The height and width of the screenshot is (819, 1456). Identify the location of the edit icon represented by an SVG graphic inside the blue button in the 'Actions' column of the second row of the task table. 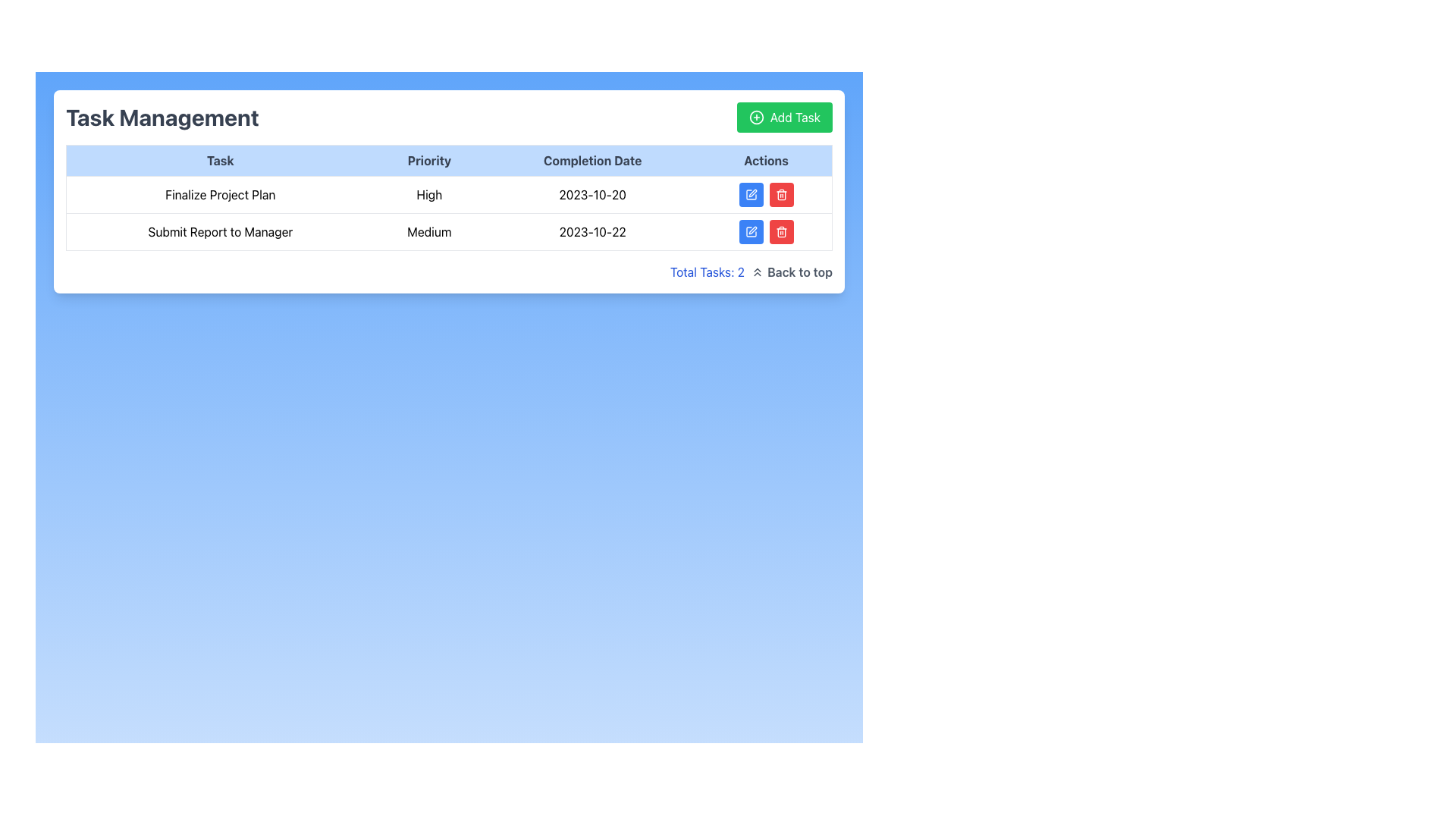
(751, 194).